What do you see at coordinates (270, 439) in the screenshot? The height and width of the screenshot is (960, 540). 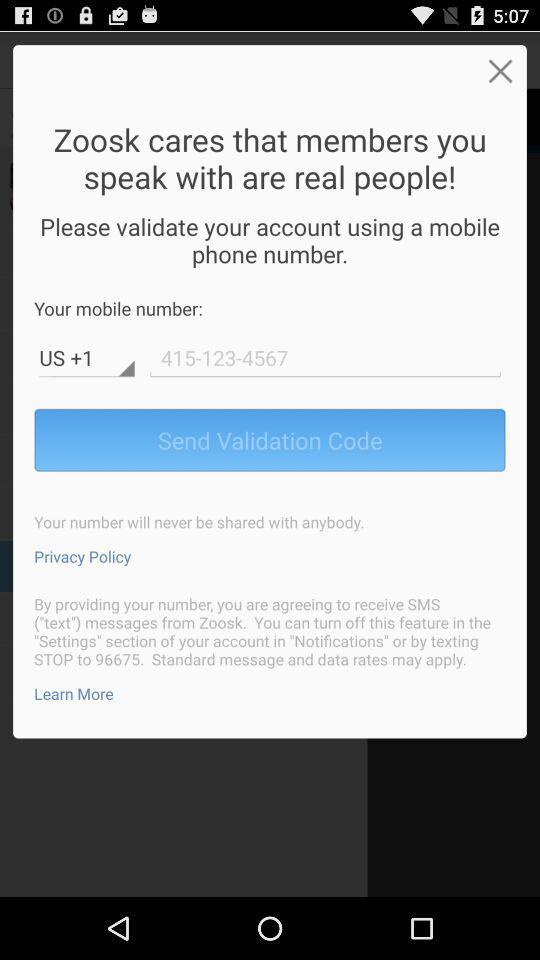 I see `the blue button of the page` at bounding box center [270, 439].